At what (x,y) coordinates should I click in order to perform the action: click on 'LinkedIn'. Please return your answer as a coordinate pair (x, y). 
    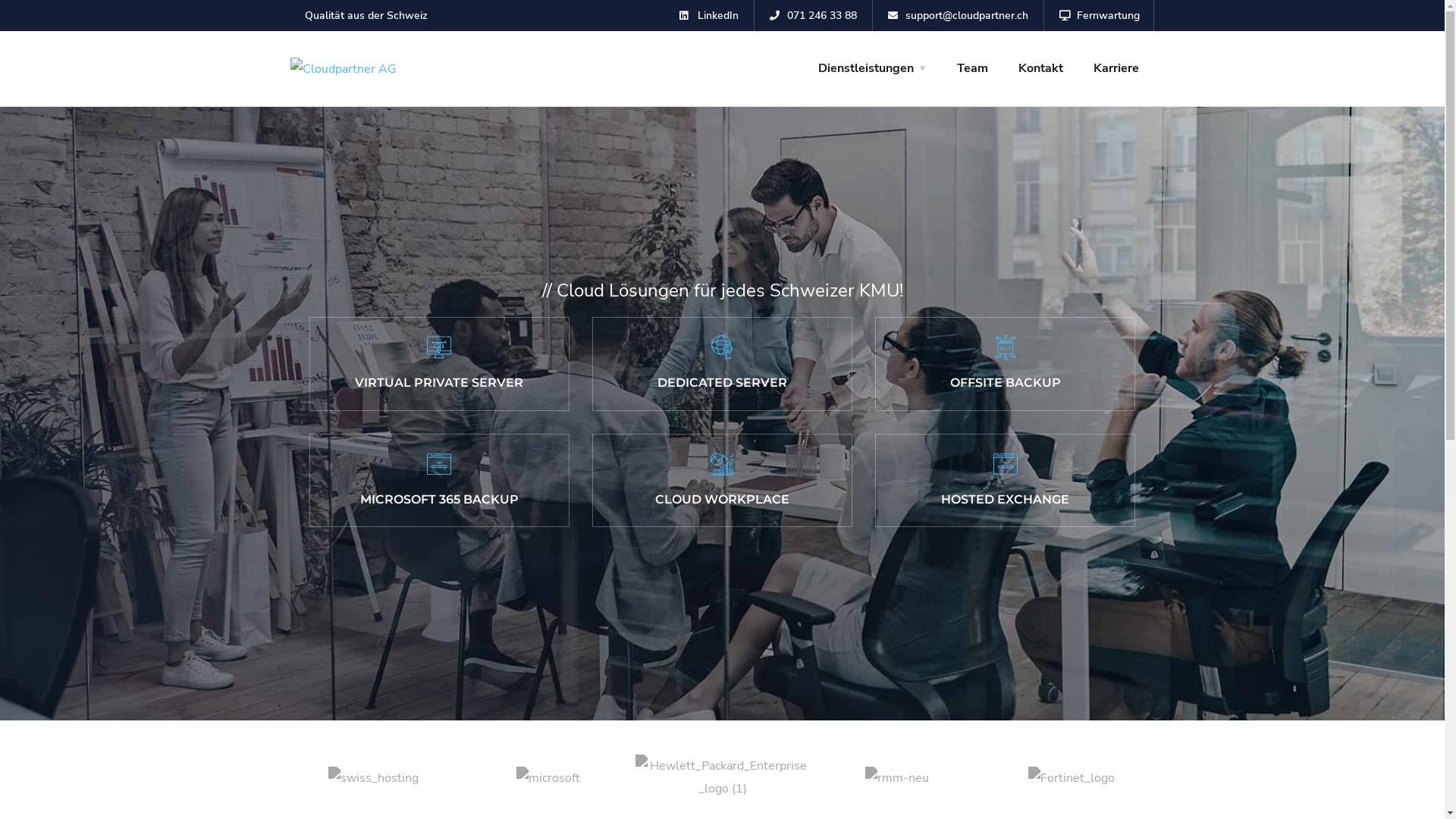
    Looking at the image, I should click on (708, 15).